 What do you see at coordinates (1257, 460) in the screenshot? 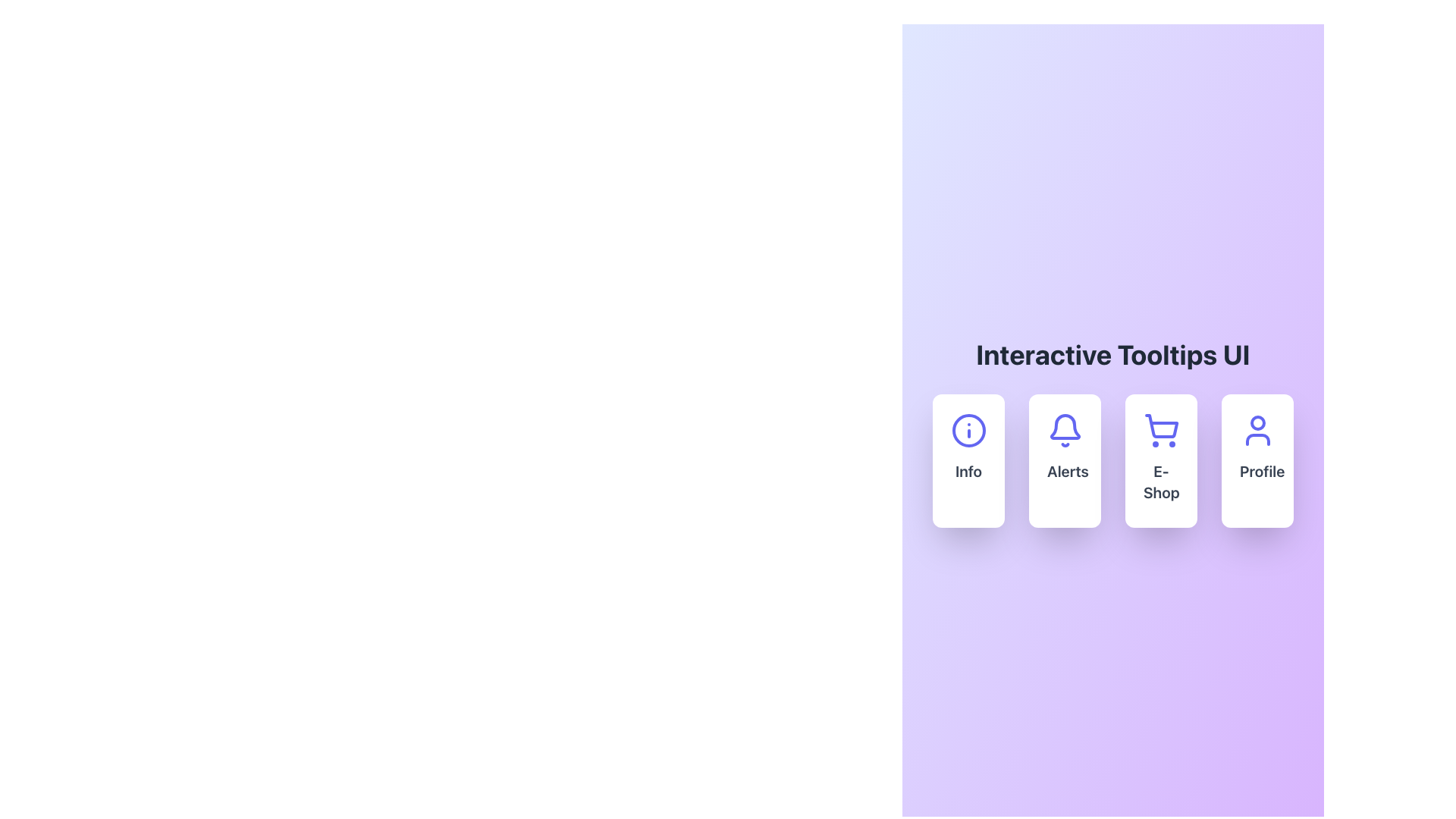
I see `the fourth card in the horizontal grid layout, which is used for navigating to a user profile or settings page` at bounding box center [1257, 460].